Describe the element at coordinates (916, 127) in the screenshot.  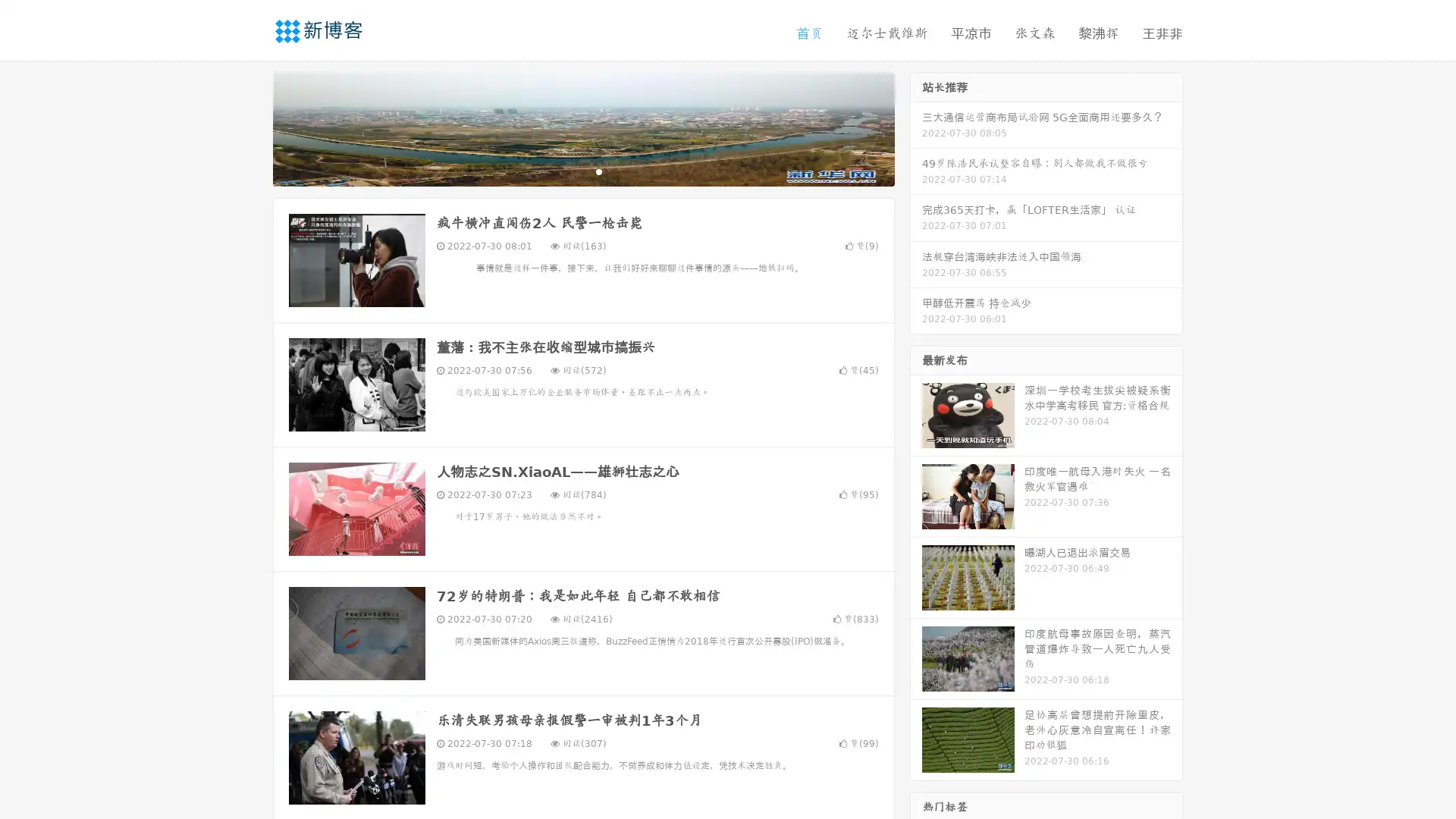
I see `Next slide` at that location.